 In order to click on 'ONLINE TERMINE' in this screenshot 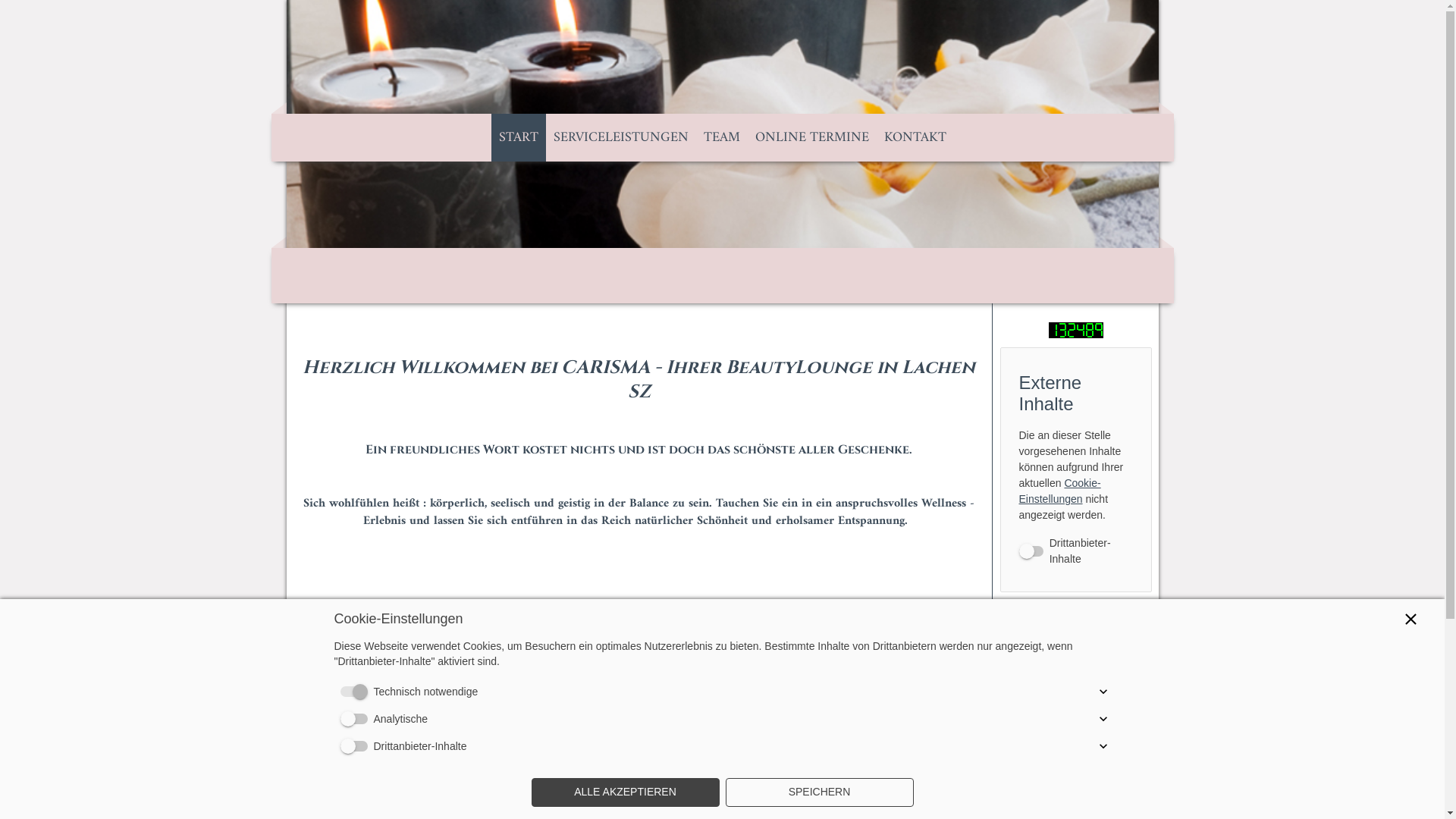, I will do `click(811, 137)`.